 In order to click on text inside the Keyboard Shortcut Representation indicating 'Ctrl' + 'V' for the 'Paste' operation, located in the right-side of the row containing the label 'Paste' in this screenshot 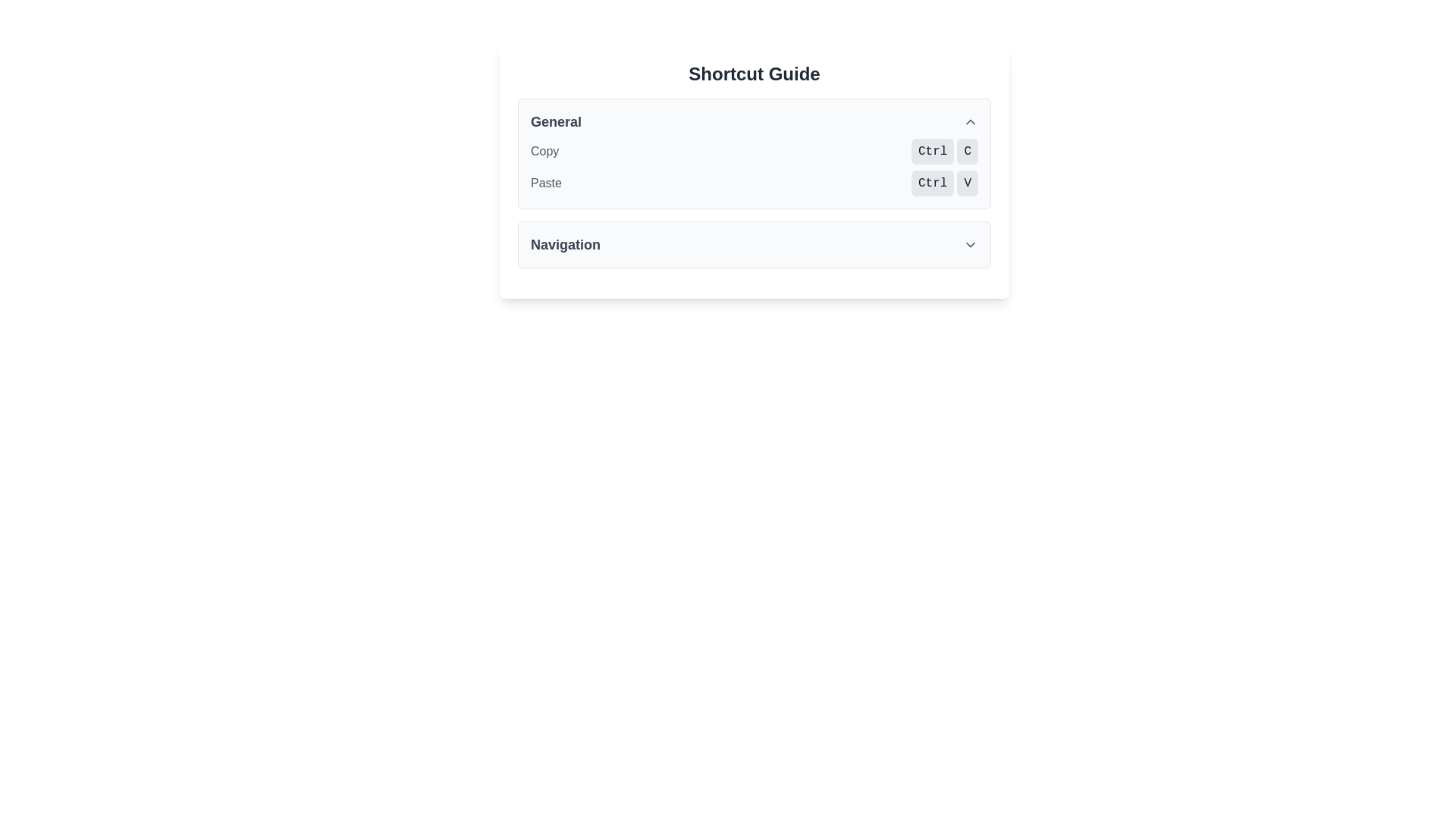, I will do `click(944, 183)`.